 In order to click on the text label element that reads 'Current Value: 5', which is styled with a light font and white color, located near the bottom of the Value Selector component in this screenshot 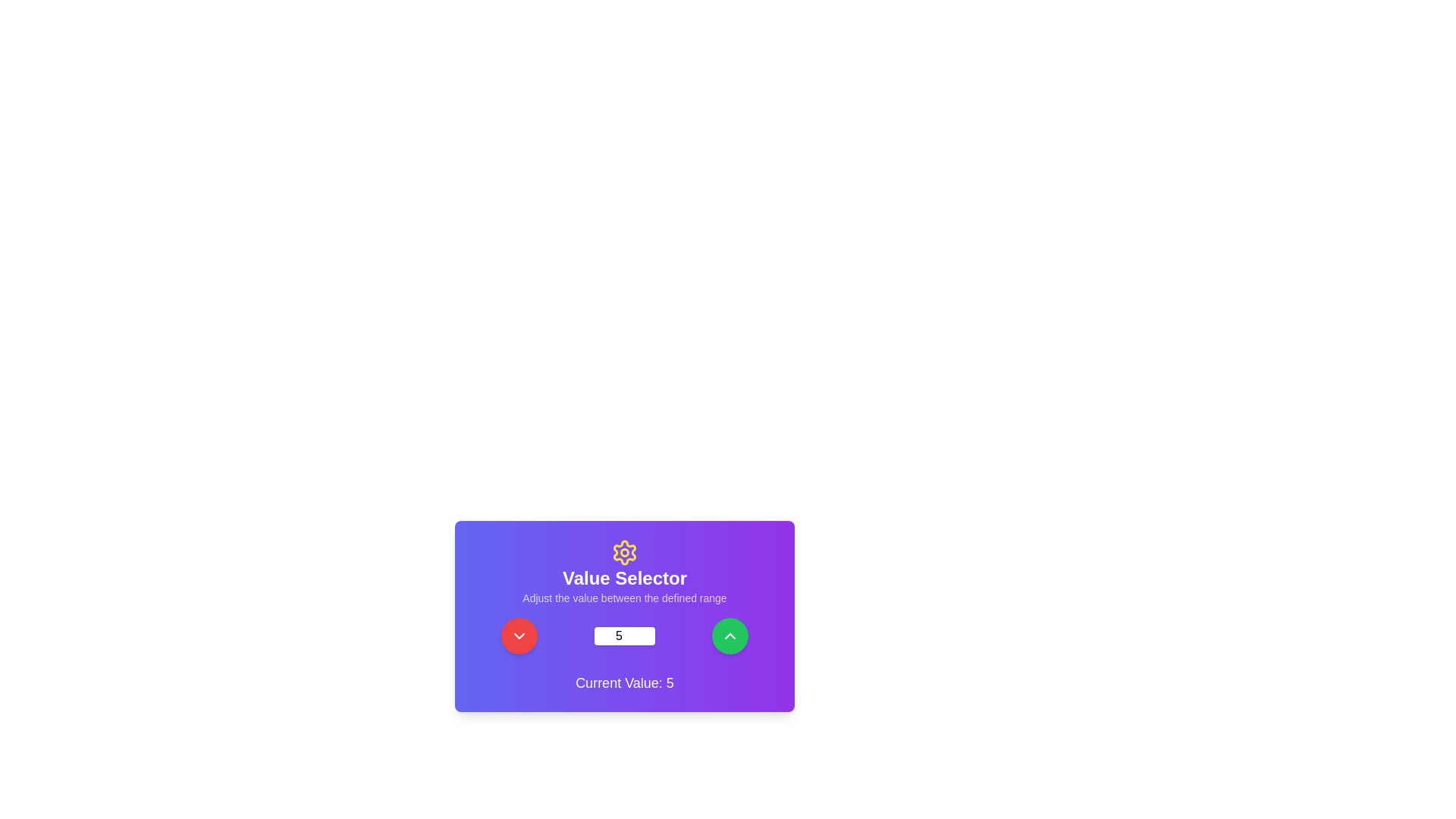, I will do `click(625, 683)`.